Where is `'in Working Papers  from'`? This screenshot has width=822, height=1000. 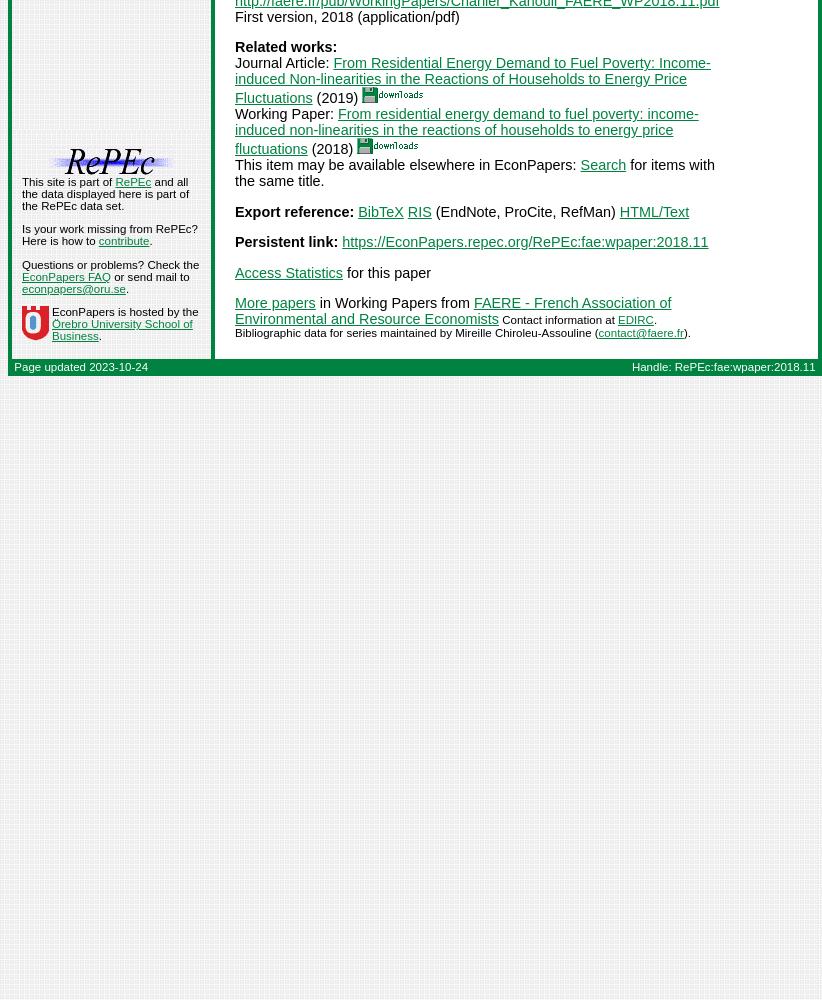 'in Working Papers  from' is located at coordinates (393, 302).